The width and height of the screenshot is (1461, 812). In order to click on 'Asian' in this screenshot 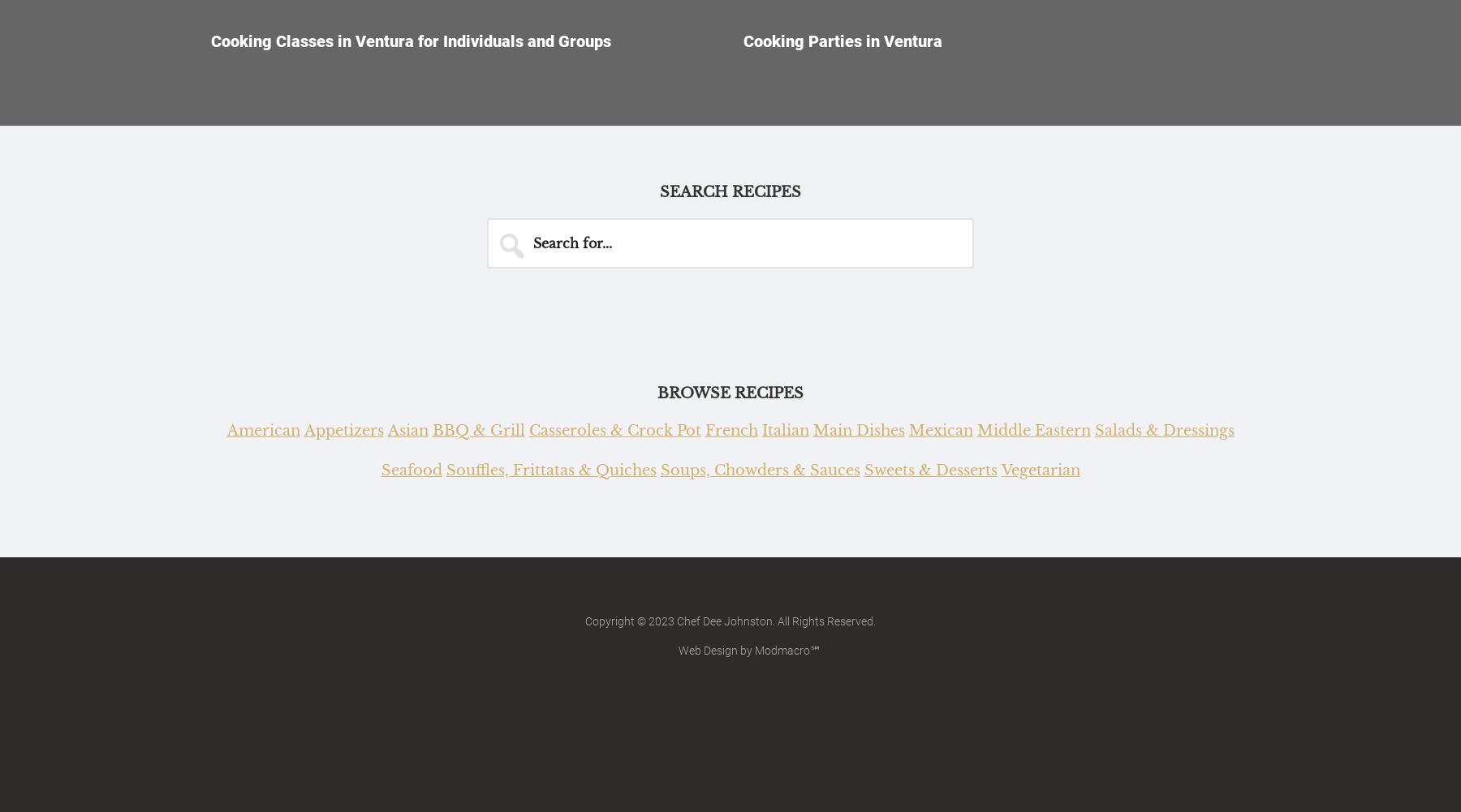, I will do `click(407, 429)`.